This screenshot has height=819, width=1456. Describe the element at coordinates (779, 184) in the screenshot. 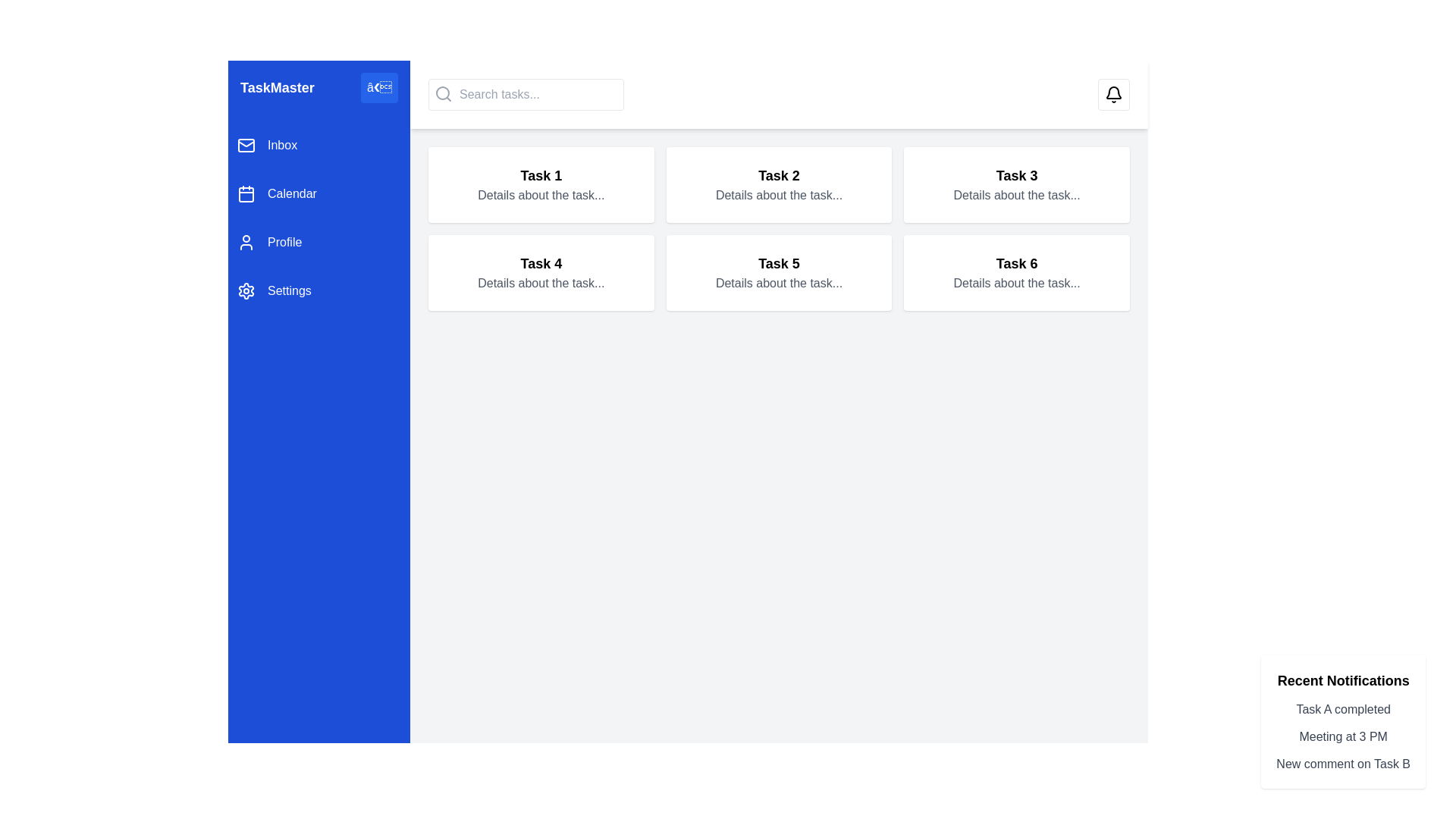

I see `the second card in the grid that represents 'Task 2'` at that location.